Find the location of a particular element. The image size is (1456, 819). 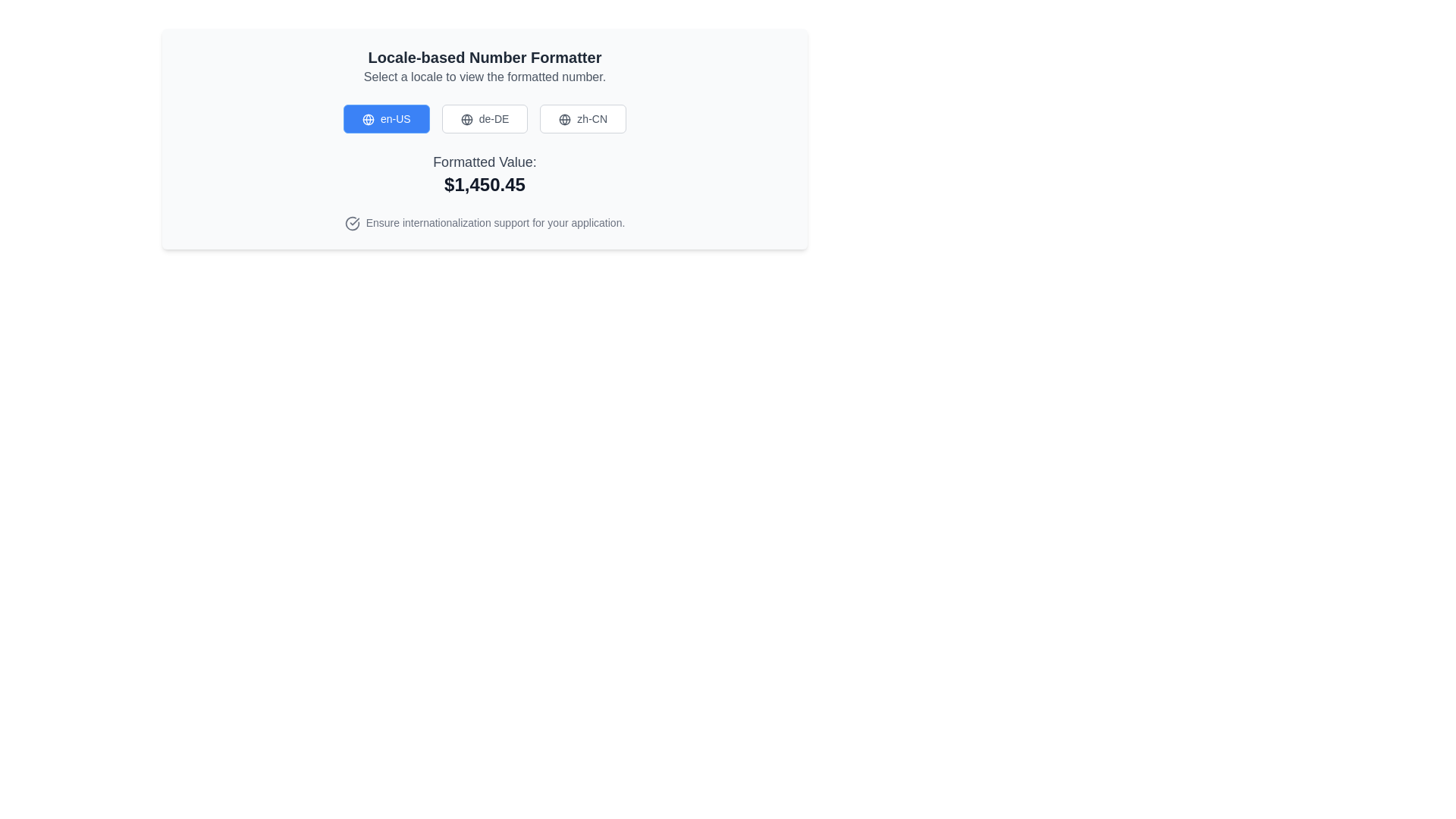

the blue button labeled 'en-US' with a globe icon on its left side is located at coordinates (386, 118).